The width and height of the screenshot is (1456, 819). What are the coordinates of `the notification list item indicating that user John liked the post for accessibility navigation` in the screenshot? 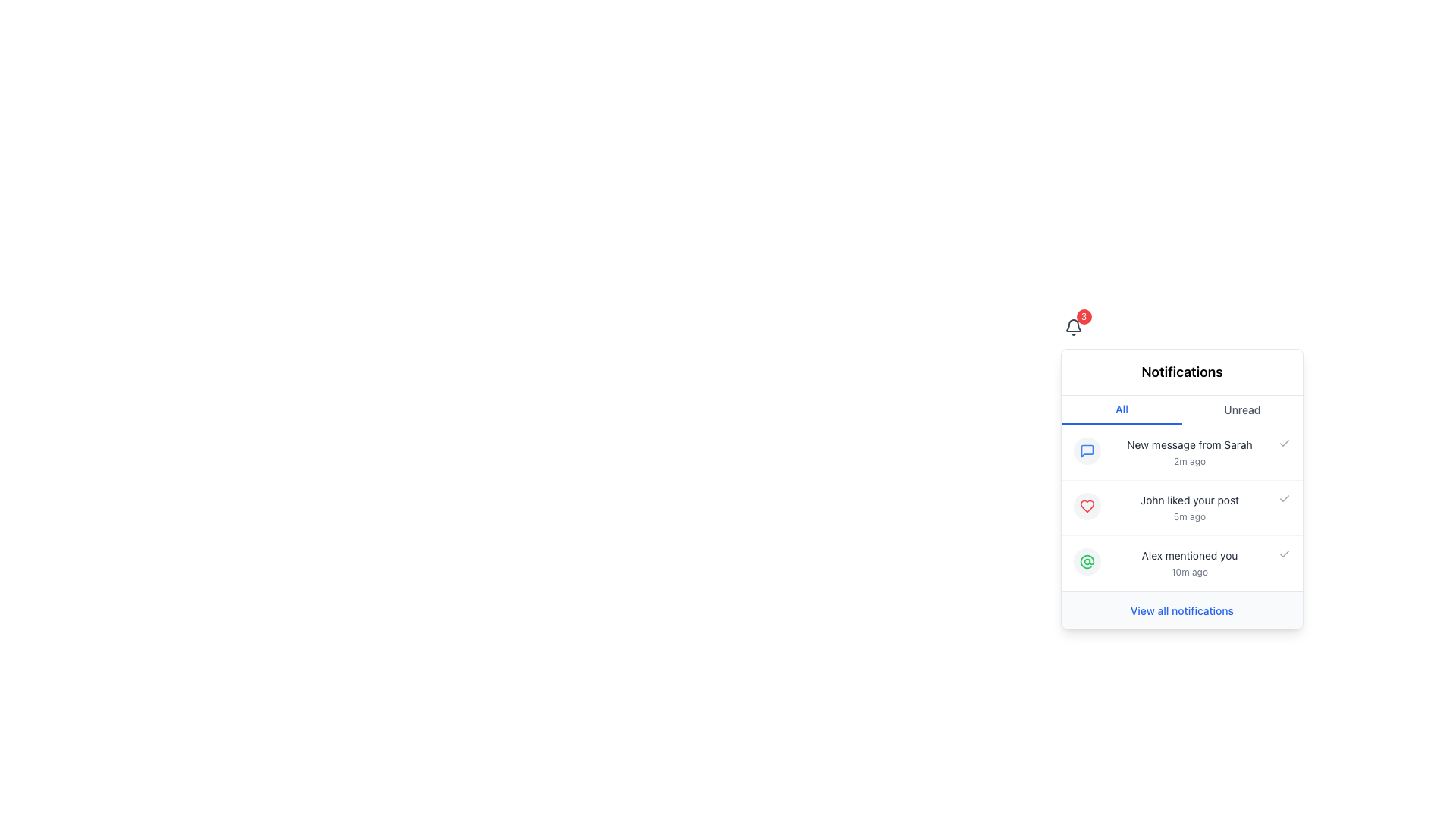 It's located at (1181, 488).